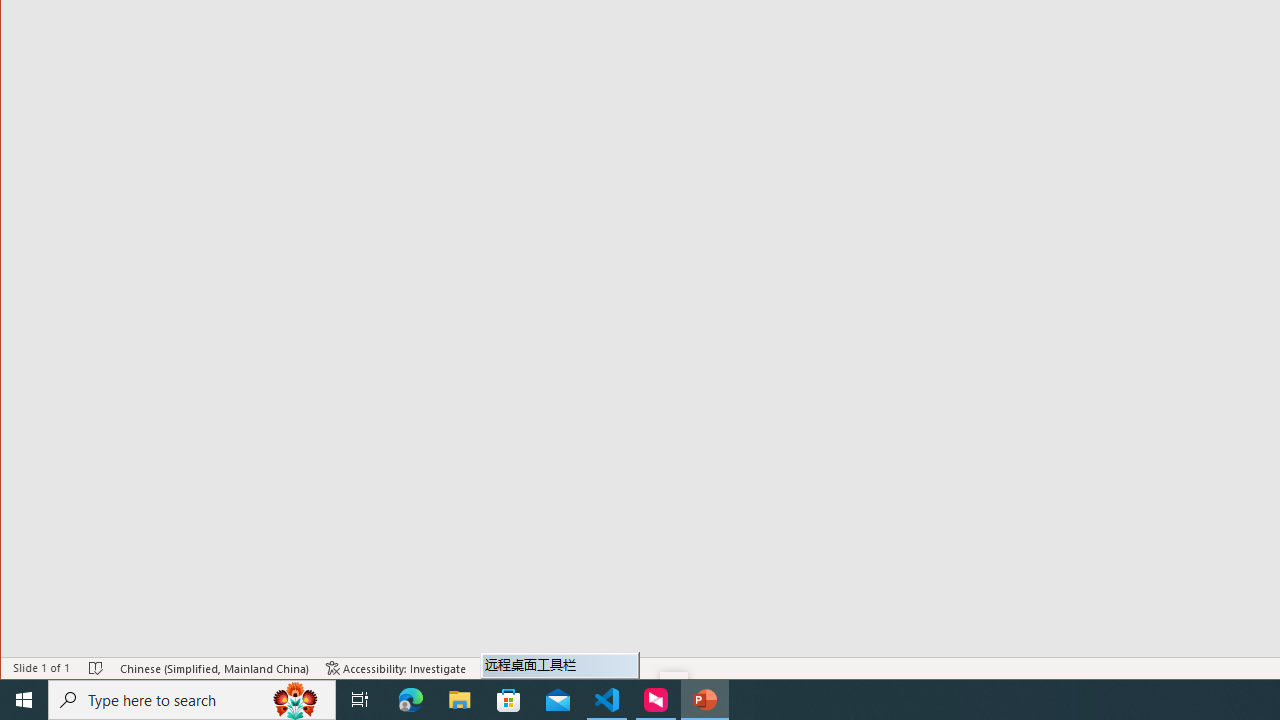 This screenshot has height=720, width=1280. Describe the element at coordinates (192, 698) in the screenshot. I see `'Type here to search'` at that location.